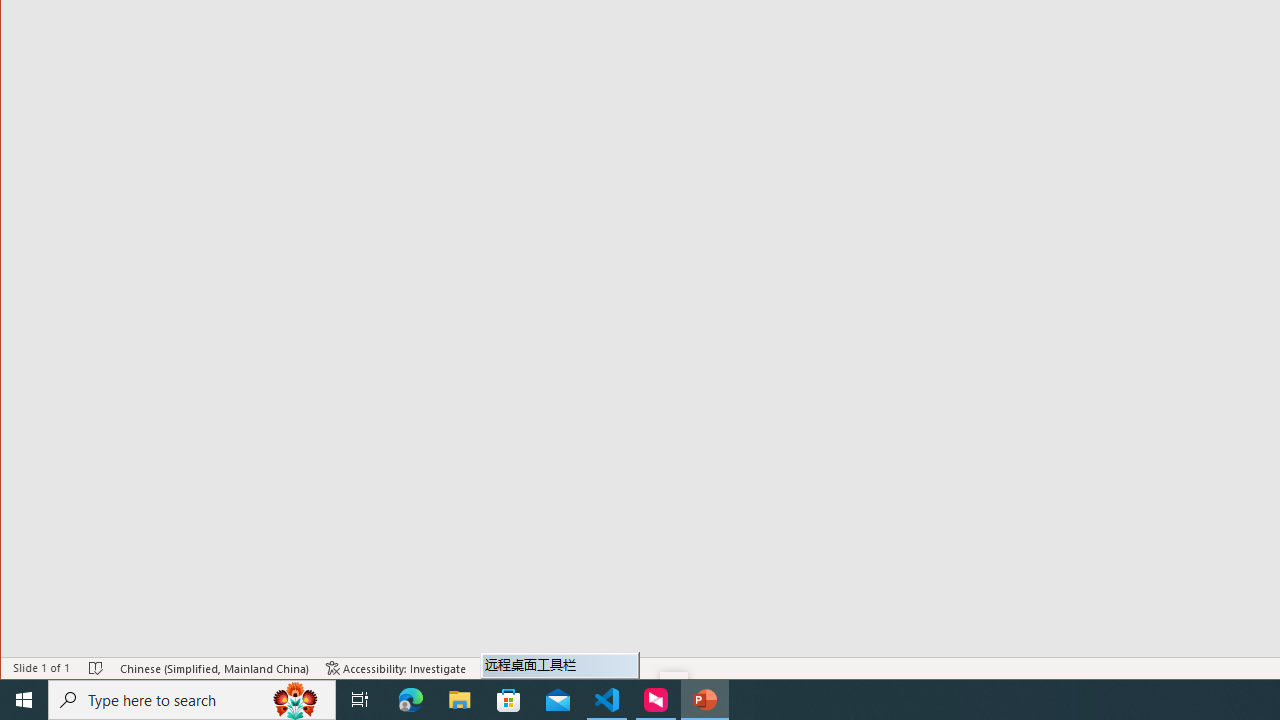 This screenshot has height=720, width=1280. Describe the element at coordinates (192, 698) in the screenshot. I see `'Type here to search'` at that location.